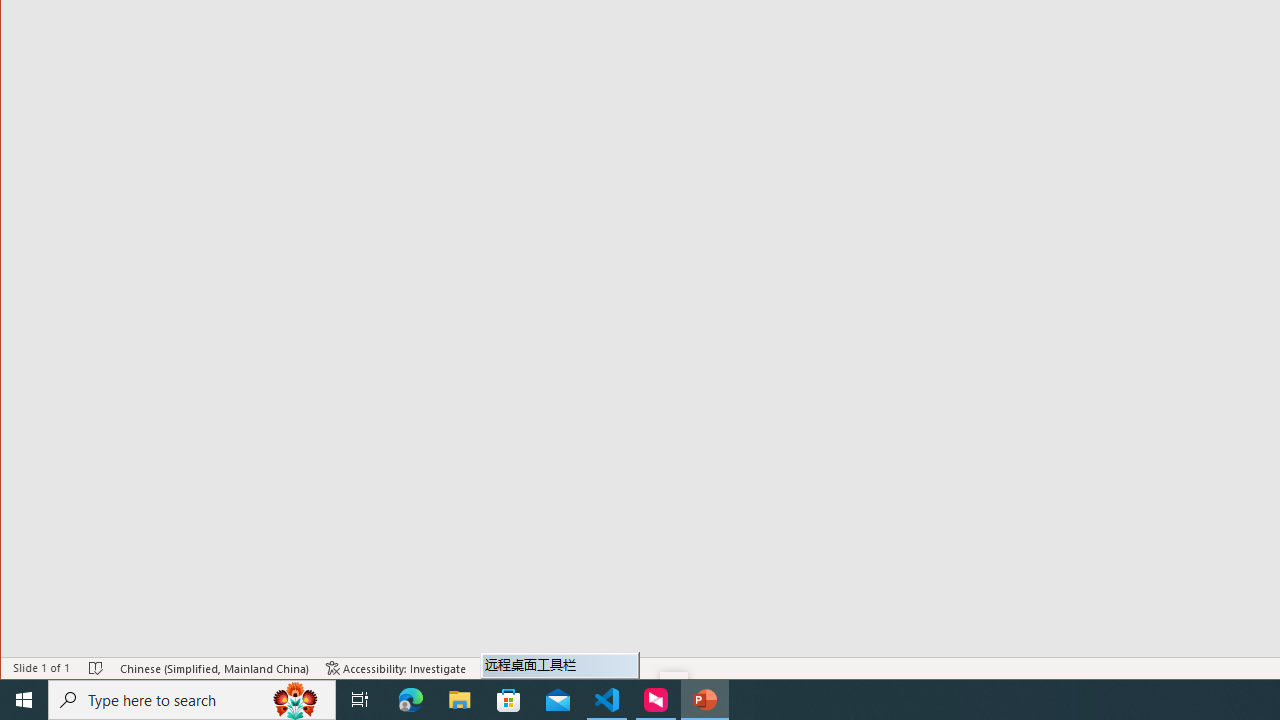 This screenshot has height=720, width=1280. Describe the element at coordinates (192, 698) in the screenshot. I see `'Type here to search'` at that location.